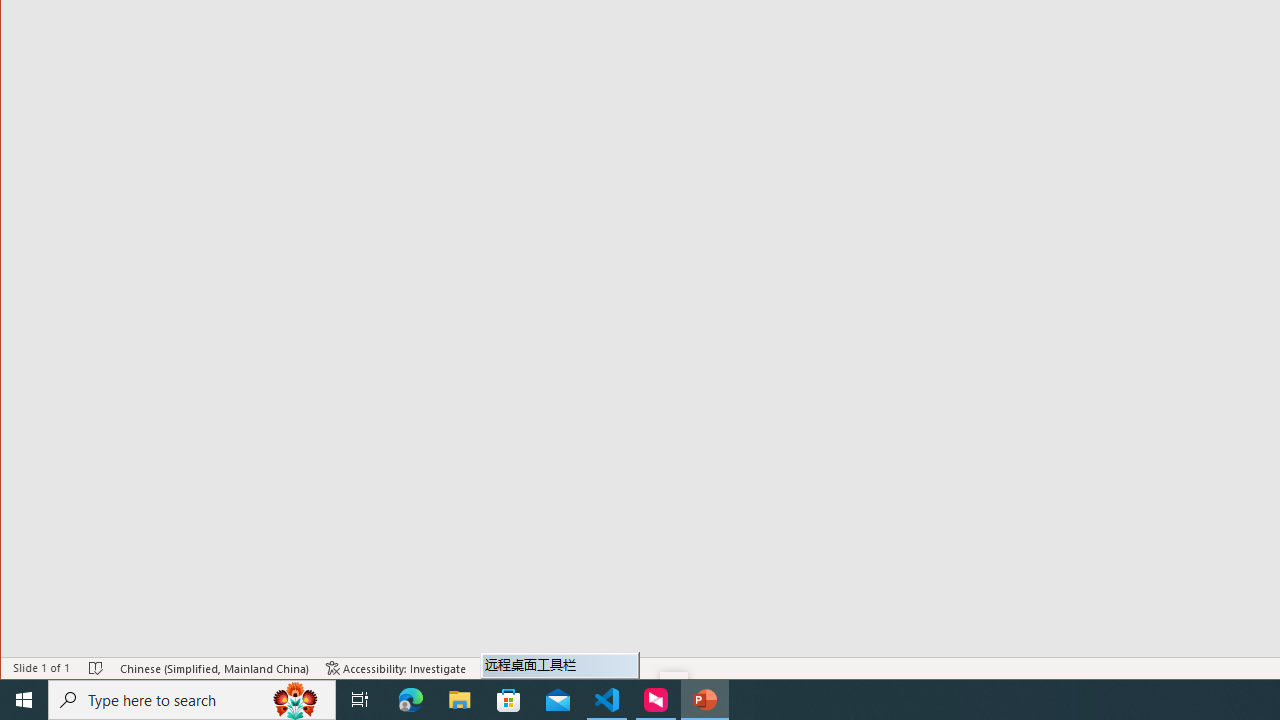 This screenshot has height=720, width=1280. Describe the element at coordinates (192, 698) in the screenshot. I see `'Type here to search'` at that location.